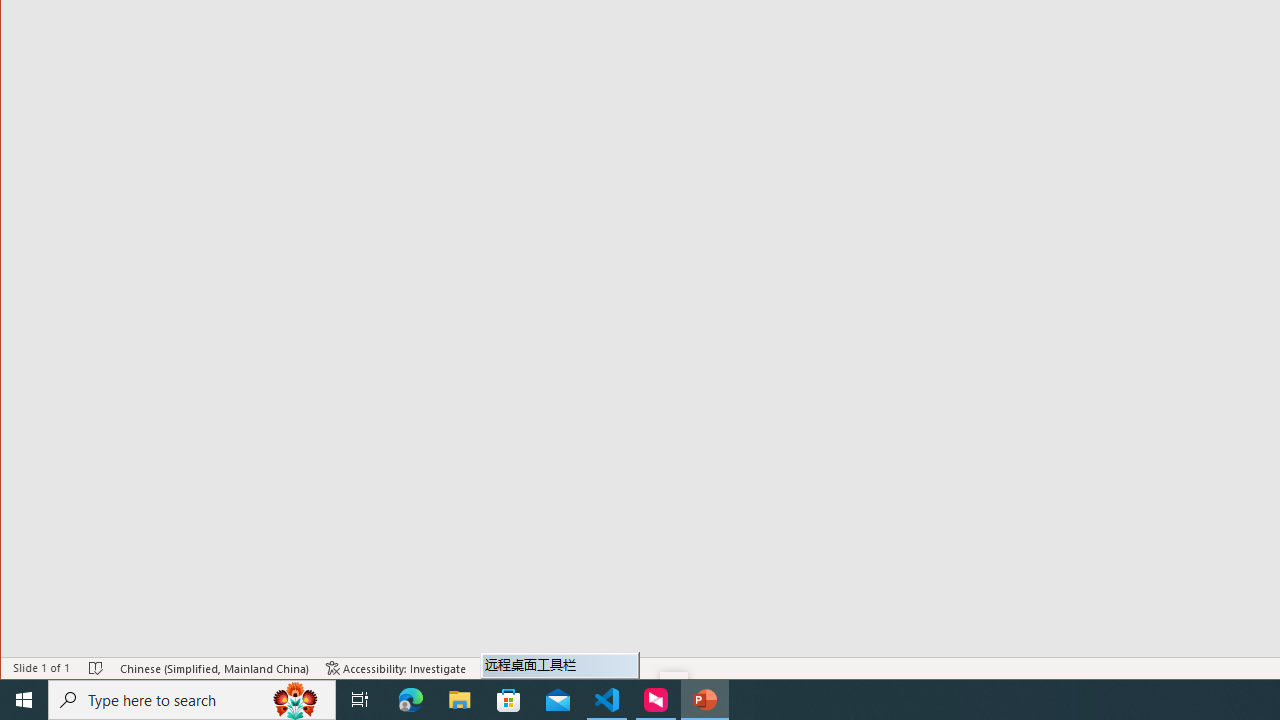 This screenshot has height=720, width=1280. Describe the element at coordinates (192, 698) in the screenshot. I see `'Type here to search'` at that location.